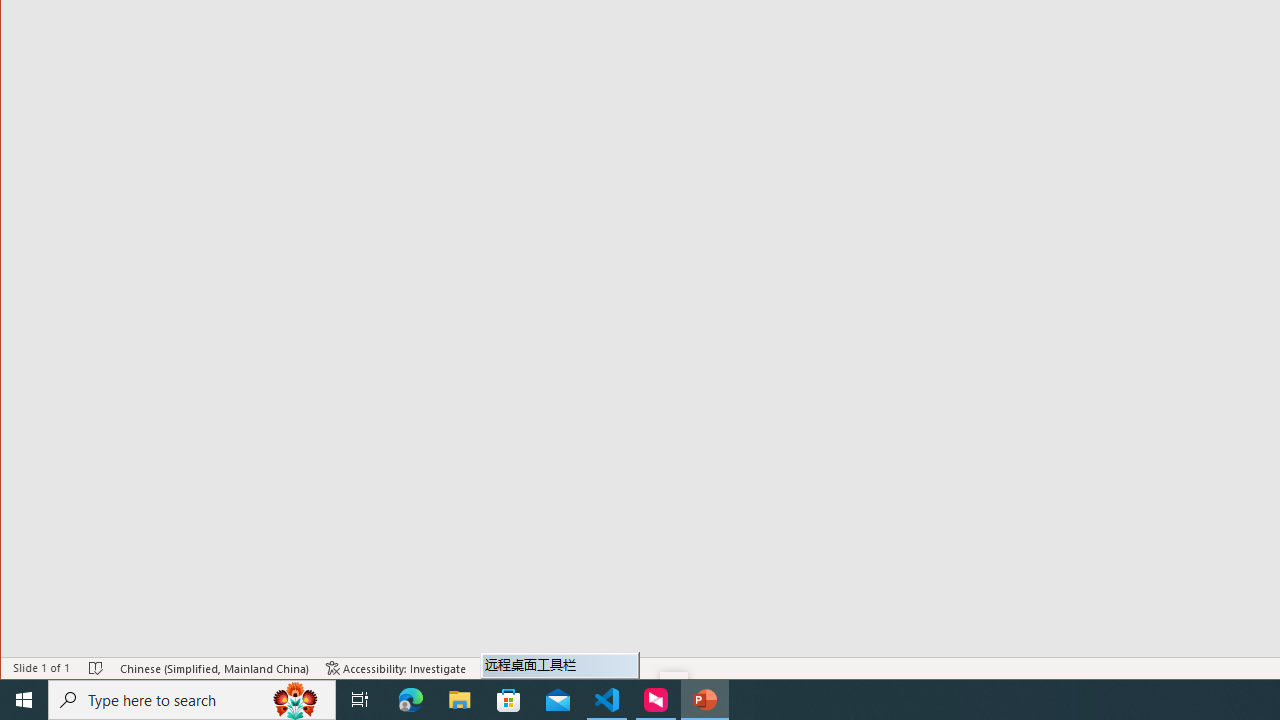 This screenshot has height=720, width=1280. Describe the element at coordinates (192, 698) in the screenshot. I see `'Type here to search'` at that location.